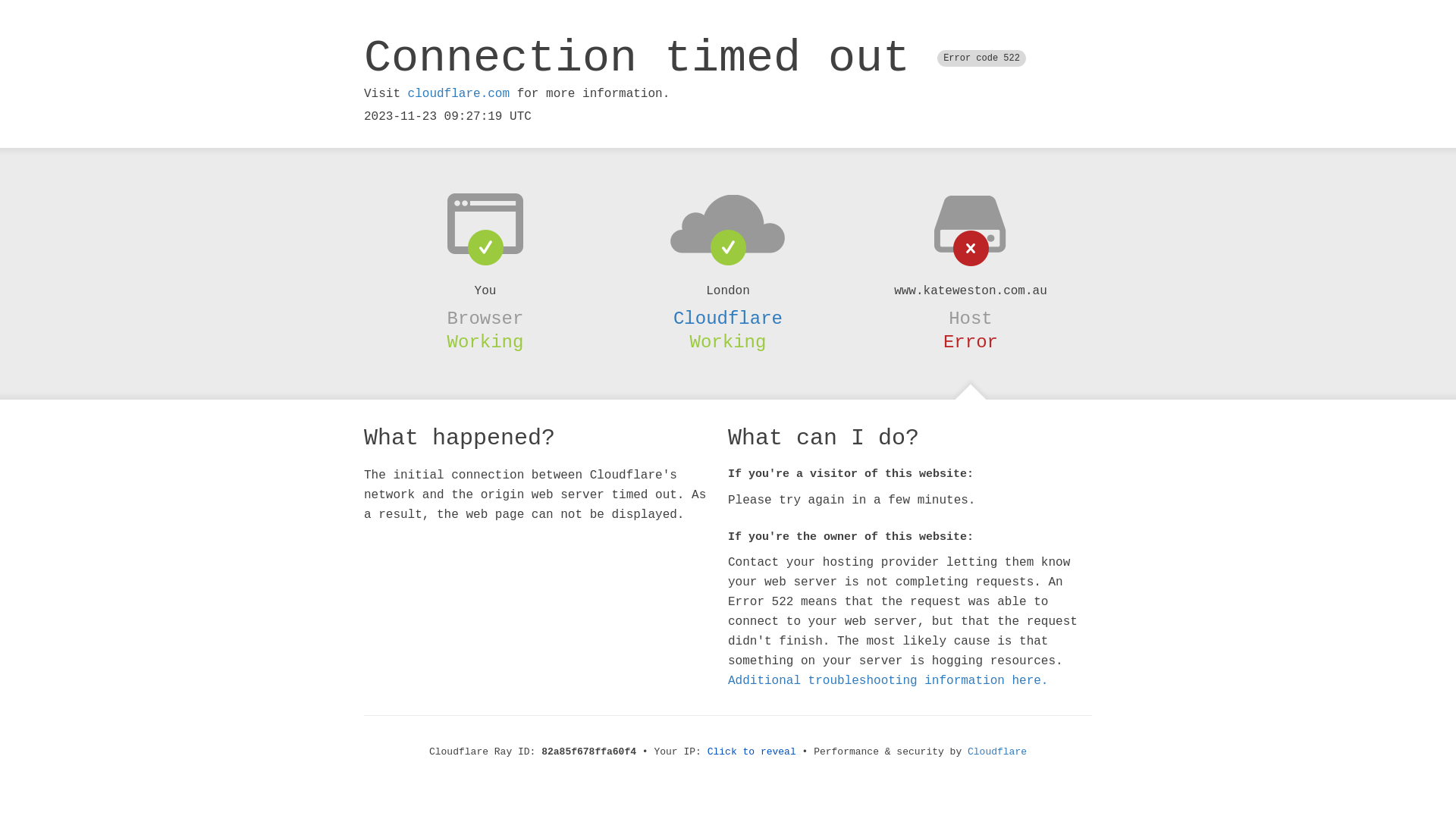 The width and height of the screenshot is (1456, 819). Describe the element at coordinates (888, 680) in the screenshot. I see `'Additional troubleshooting information here.'` at that location.